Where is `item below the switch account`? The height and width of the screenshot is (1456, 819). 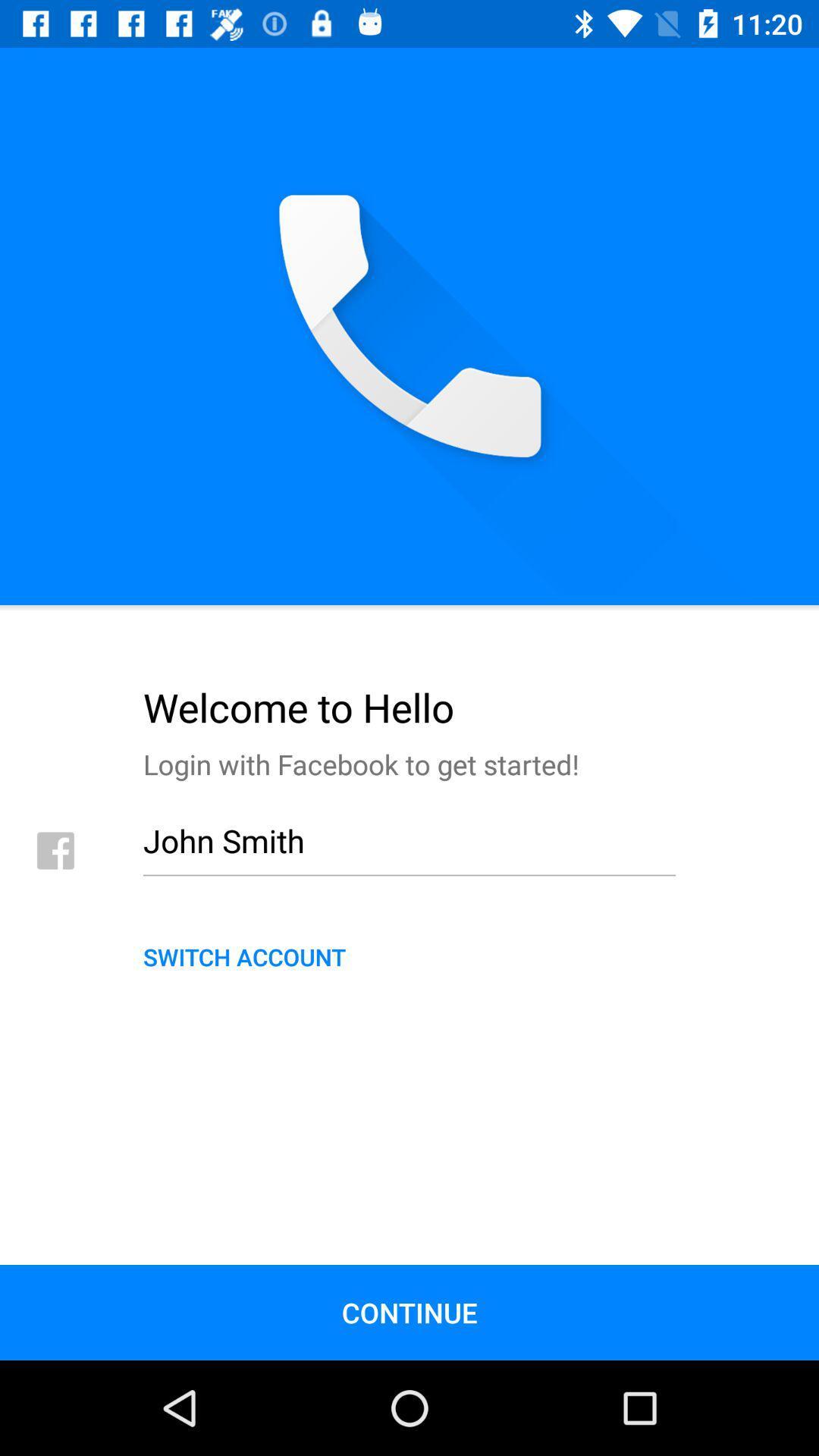
item below the switch account is located at coordinates (409, 1312).